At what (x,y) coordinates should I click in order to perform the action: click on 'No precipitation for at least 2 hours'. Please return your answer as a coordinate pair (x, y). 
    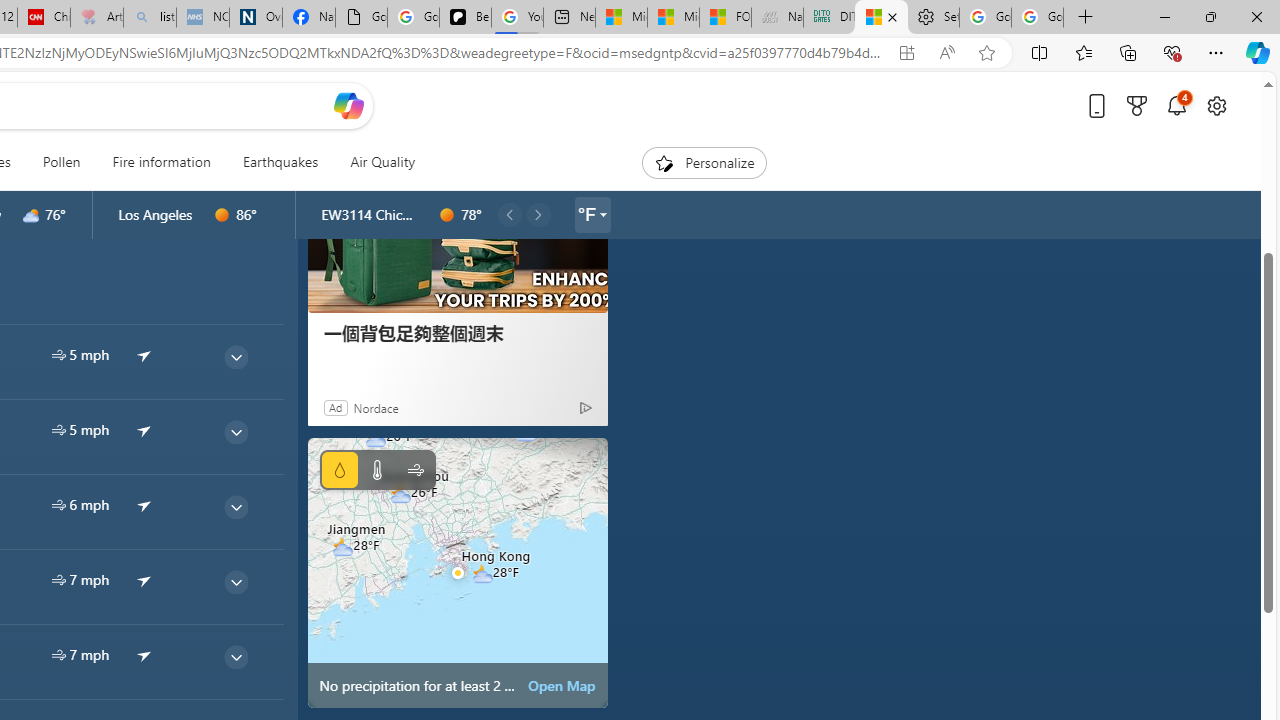
    Looking at the image, I should click on (456, 572).